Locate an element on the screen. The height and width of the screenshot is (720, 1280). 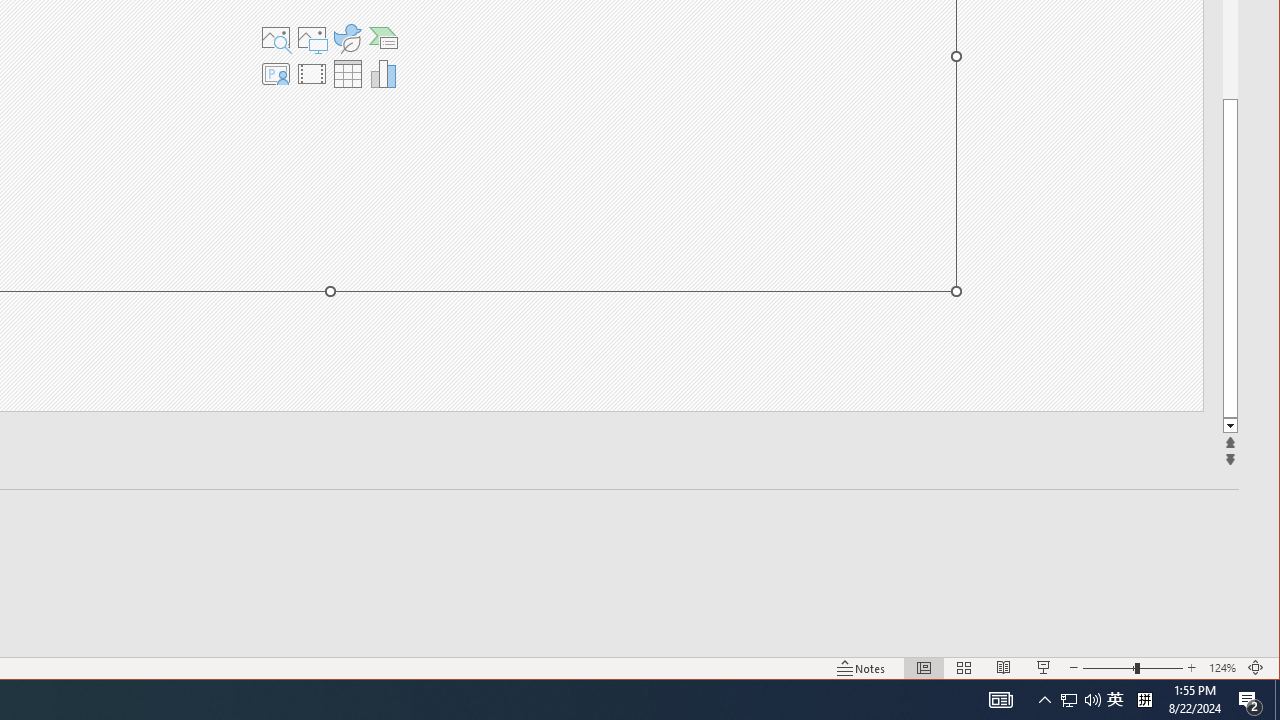
'Insert Video' is located at coordinates (310, 73).